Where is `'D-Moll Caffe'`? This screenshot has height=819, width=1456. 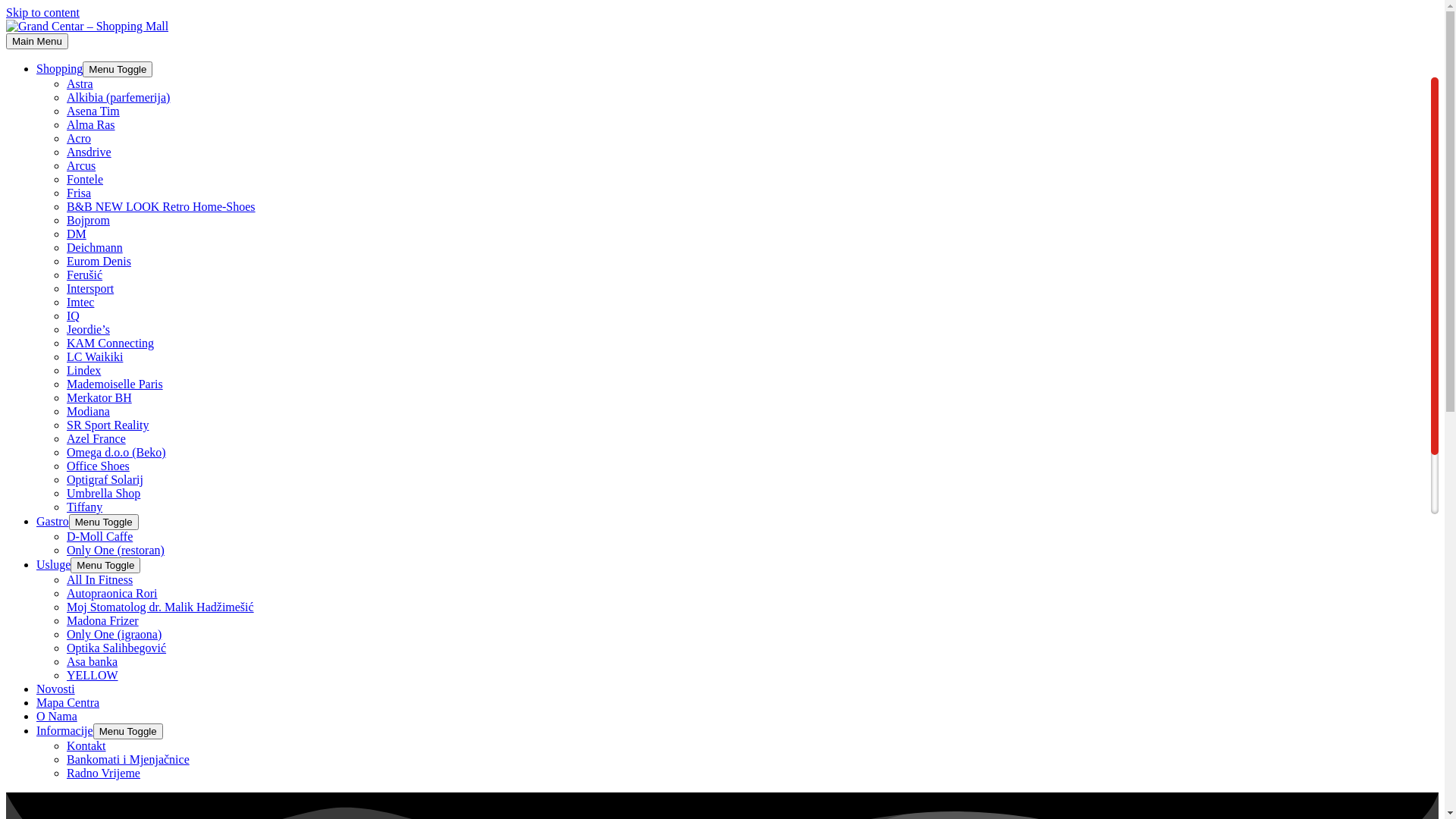 'D-Moll Caffe' is located at coordinates (99, 535).